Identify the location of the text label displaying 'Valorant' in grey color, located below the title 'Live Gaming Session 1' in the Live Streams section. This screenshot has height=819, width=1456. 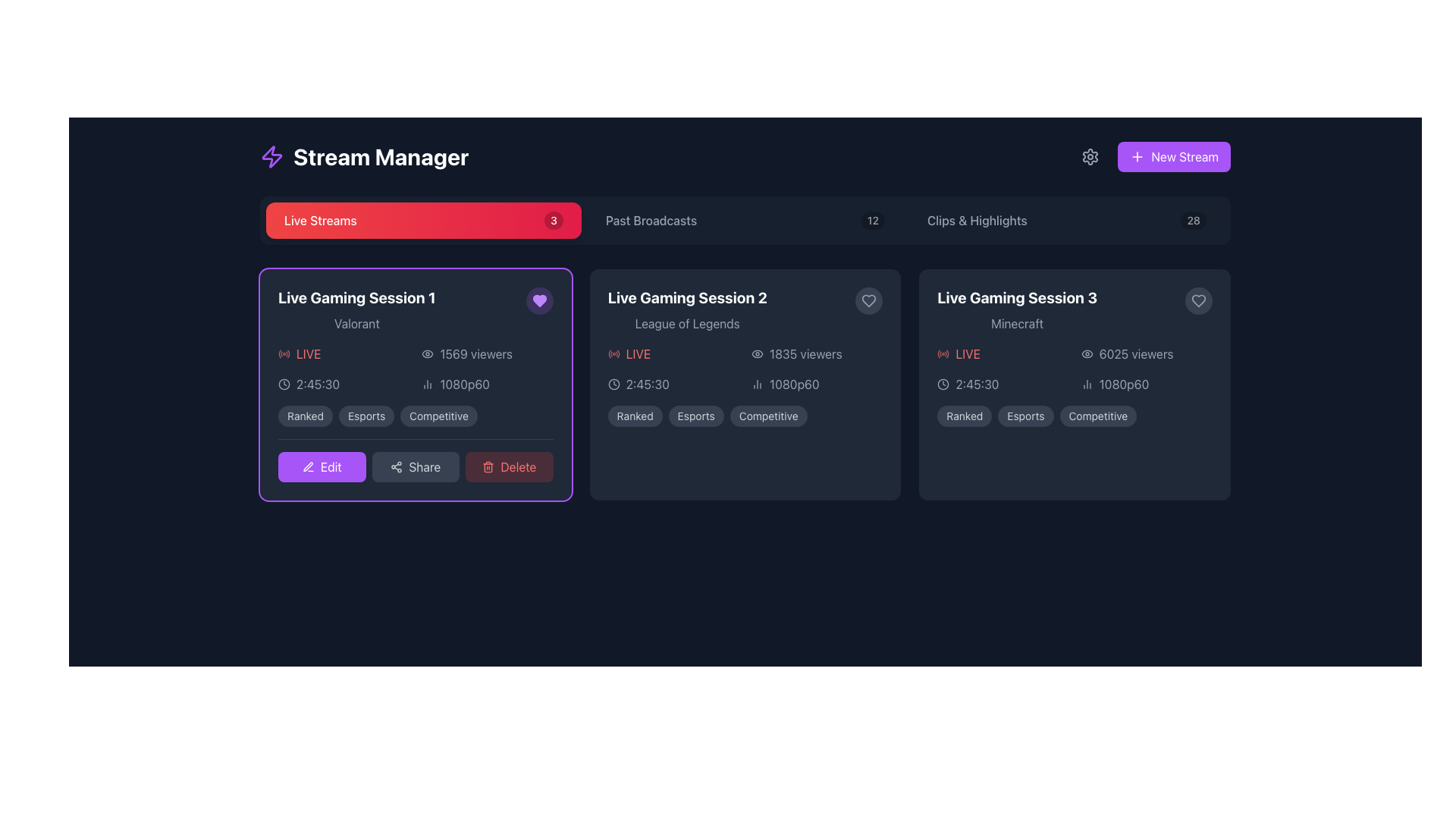
(356, 323).